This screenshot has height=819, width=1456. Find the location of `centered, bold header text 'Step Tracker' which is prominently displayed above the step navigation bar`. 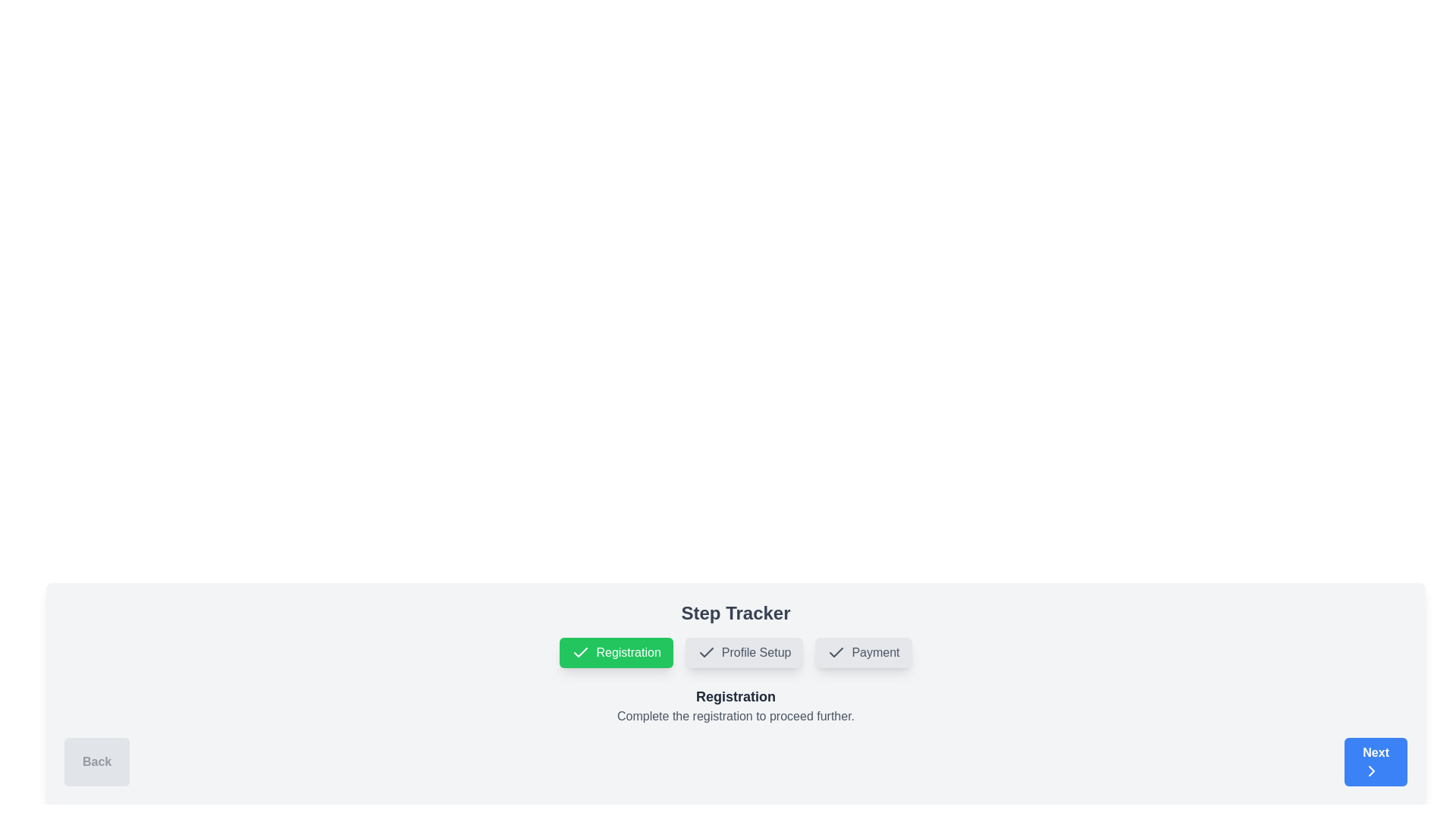

centered, bold header text 'Step Tracker' which is prominently displayed above the step navigation bar is located at coordinates (736, 613).